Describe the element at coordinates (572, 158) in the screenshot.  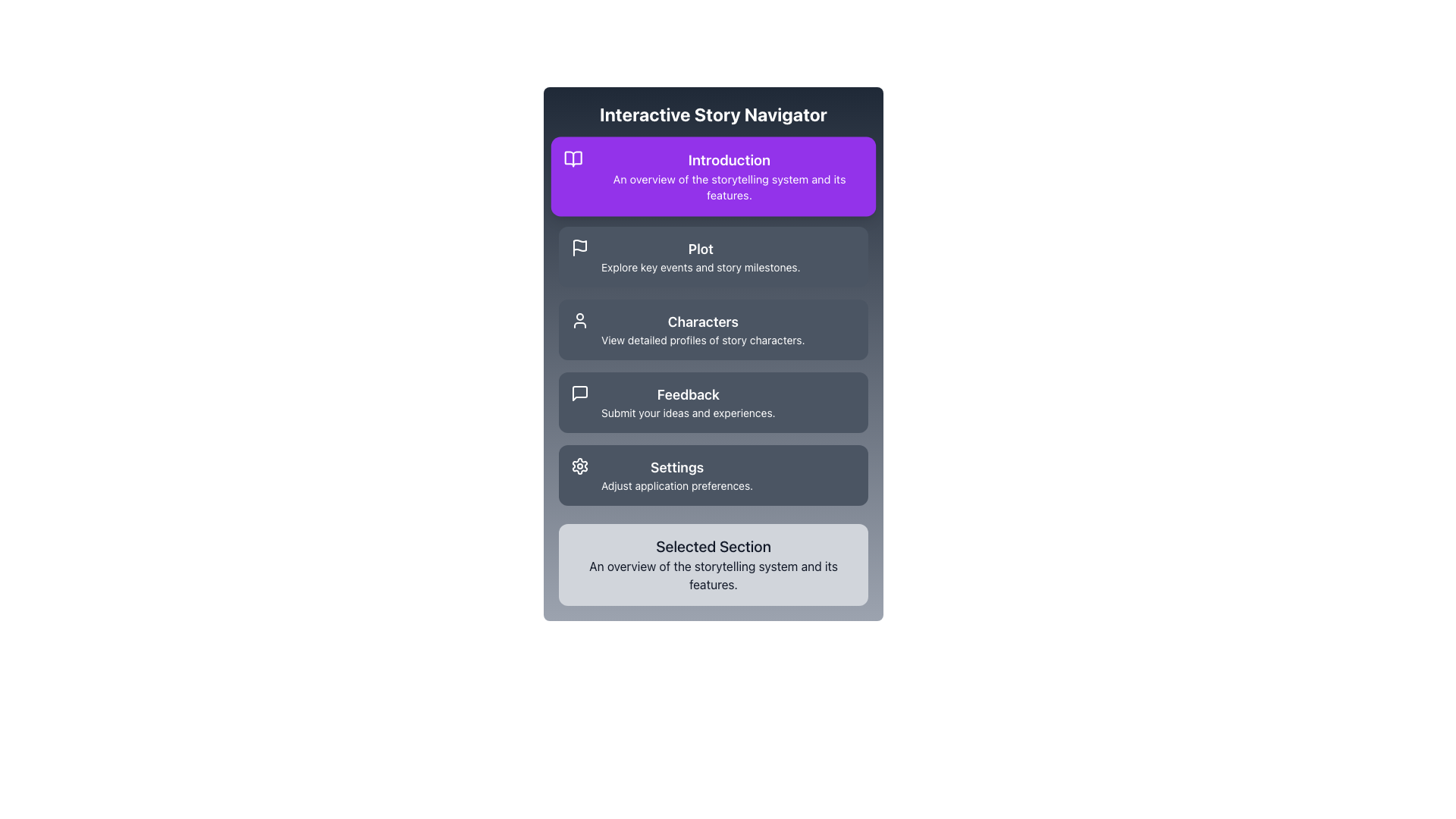
I see `the small book icon outlined in white, located on a purple background to the left of the 'Introduction' text section in the navigation menu` at that location.